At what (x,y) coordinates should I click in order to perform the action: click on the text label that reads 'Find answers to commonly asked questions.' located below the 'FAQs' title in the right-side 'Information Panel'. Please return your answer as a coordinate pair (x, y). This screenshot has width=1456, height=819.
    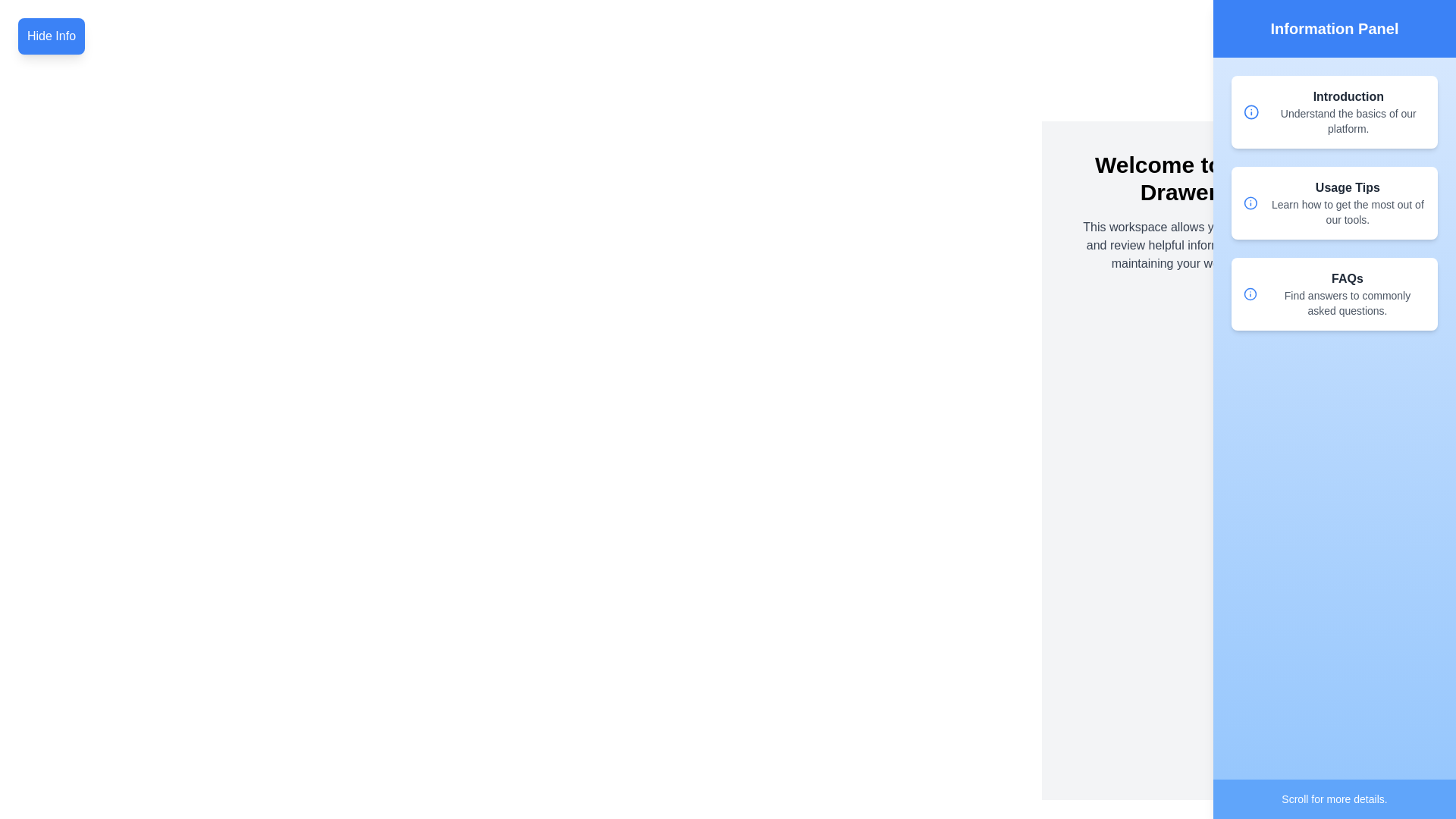
    Looking at the image, I should click on (1347, 303).